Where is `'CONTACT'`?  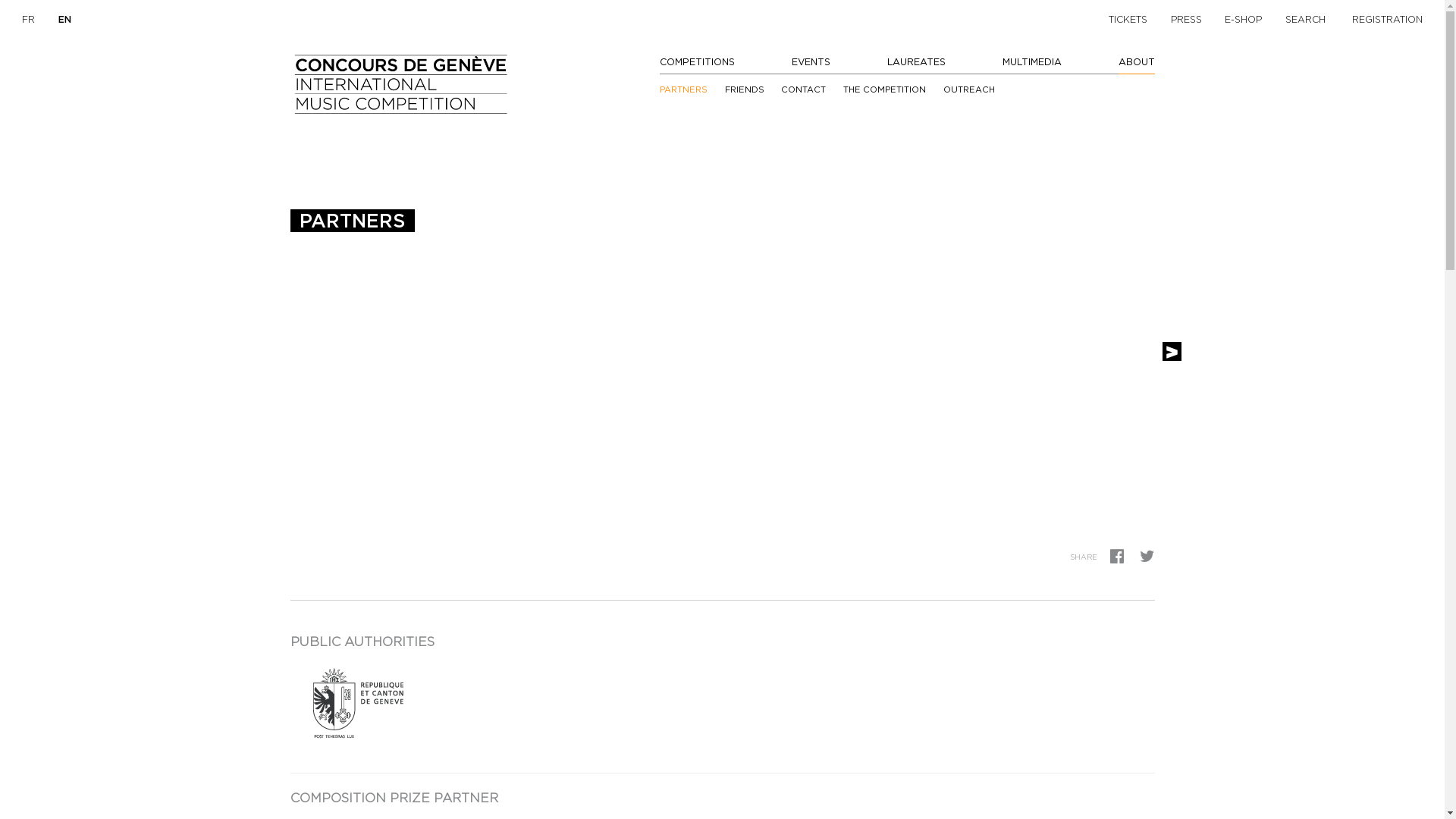
'CONTACT' is located at coordinates (802, 89).